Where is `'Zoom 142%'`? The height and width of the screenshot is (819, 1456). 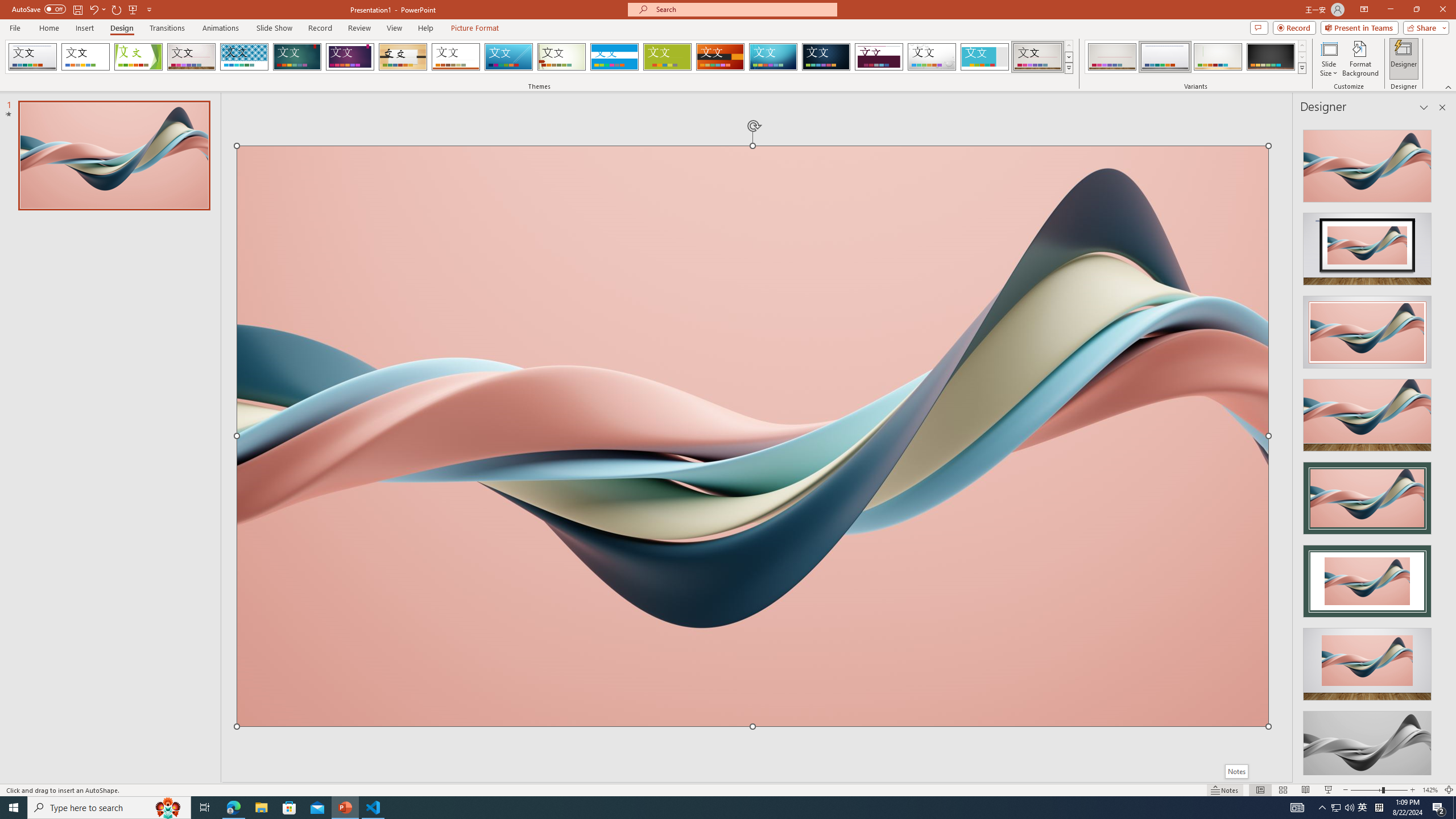 'Zoom 142%' is located at coordinates (1430, 790).